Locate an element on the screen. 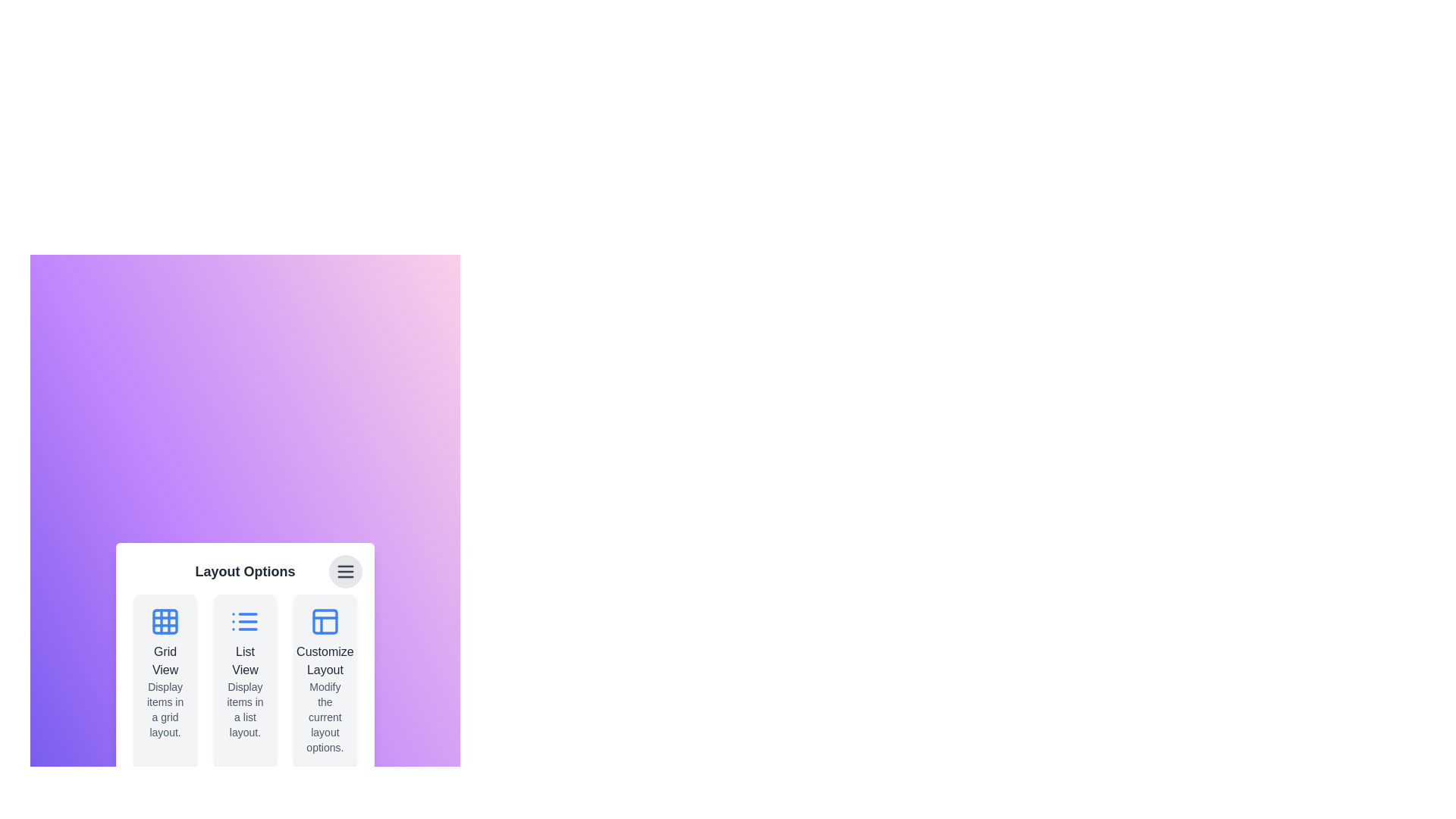 This screenshot has height=819, width=1456. the menu button to highlight it is located at coordinates (344, 571).